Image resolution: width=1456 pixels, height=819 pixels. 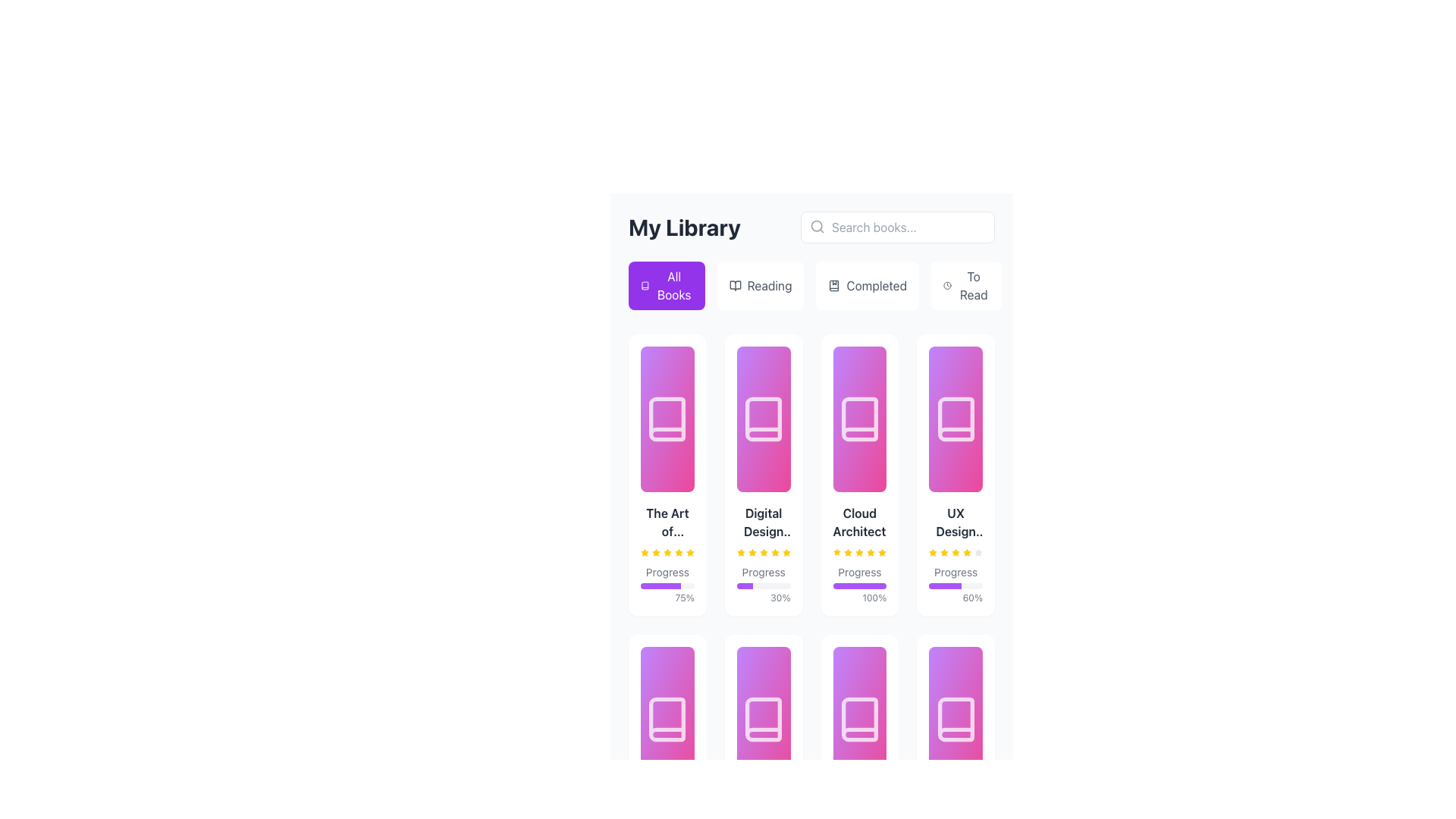 I want to click on text from the Text Label, which serves as a title or heading for its card, positioned at the top of its group above the star rating section and progress indicators, so click(x=764, y=522).